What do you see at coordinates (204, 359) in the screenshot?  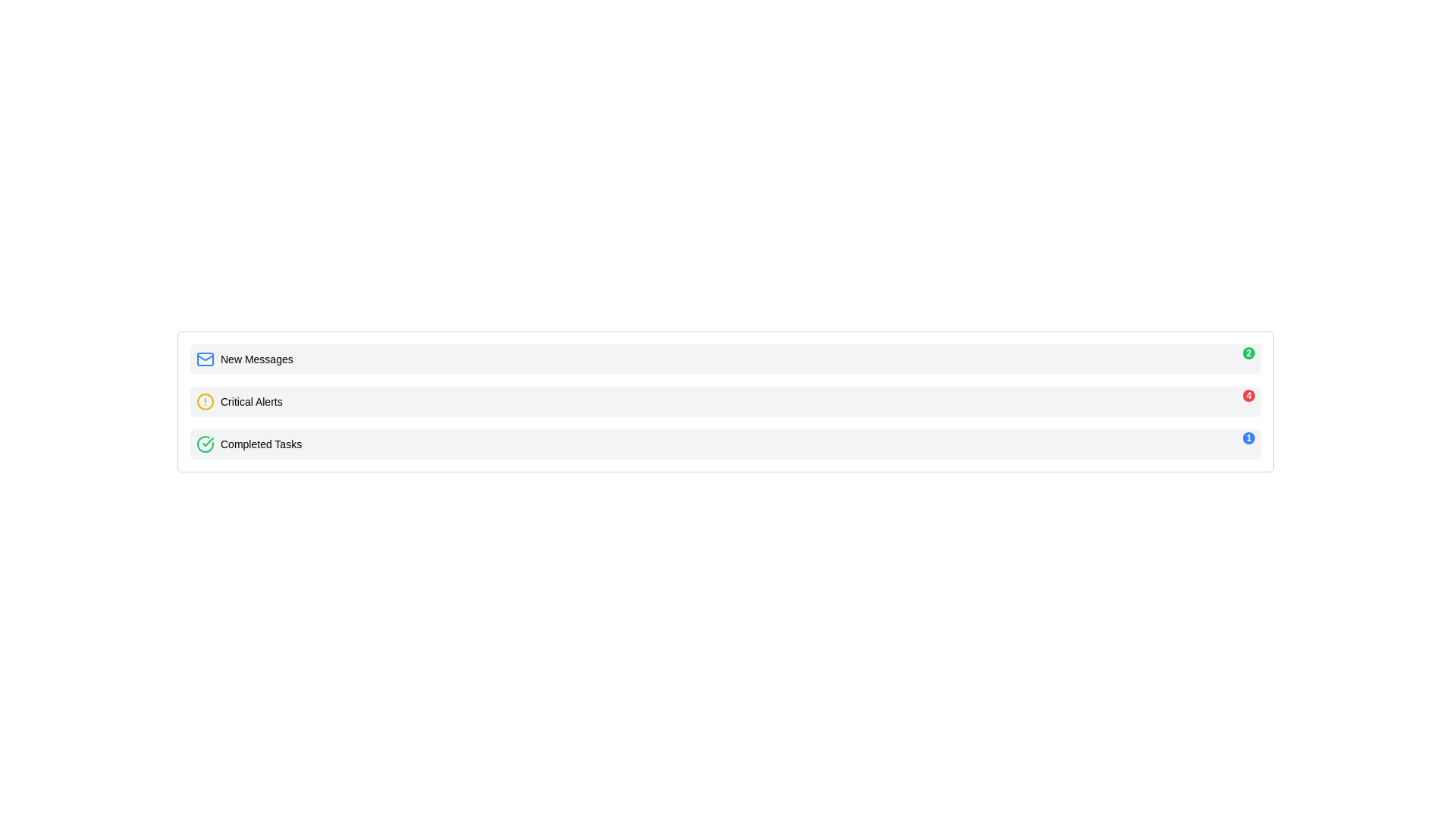 I see `the main body of the envelope icon, which represents mail or message, located slightly below the top-left corner of the icon and associated with the 'New Messages' label` at bounding box center [204, 359].